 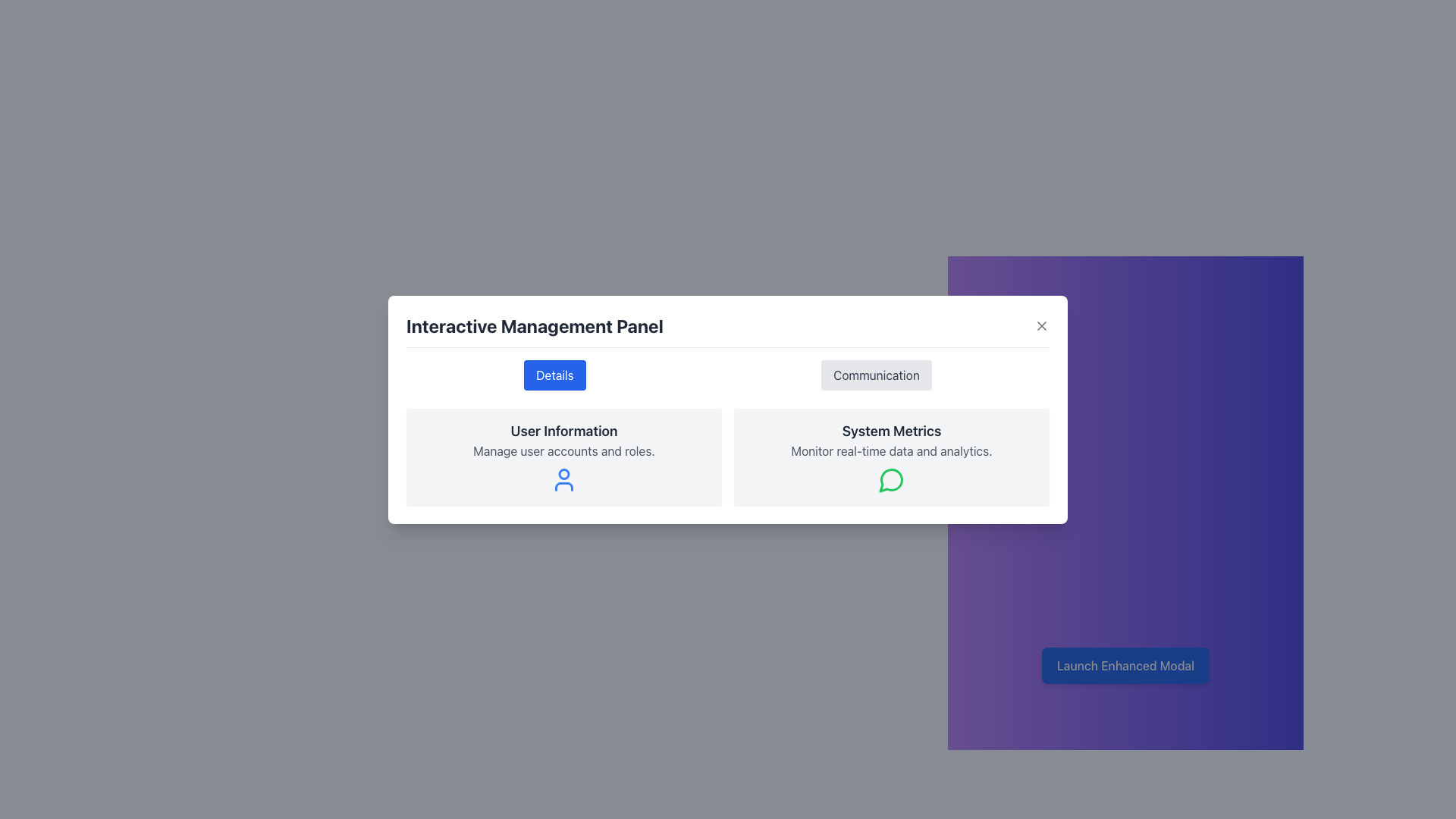 I want to click on the 'X' icon at the top-right corner of the Interactive Management Panel header, so click(x=1040, y=325).